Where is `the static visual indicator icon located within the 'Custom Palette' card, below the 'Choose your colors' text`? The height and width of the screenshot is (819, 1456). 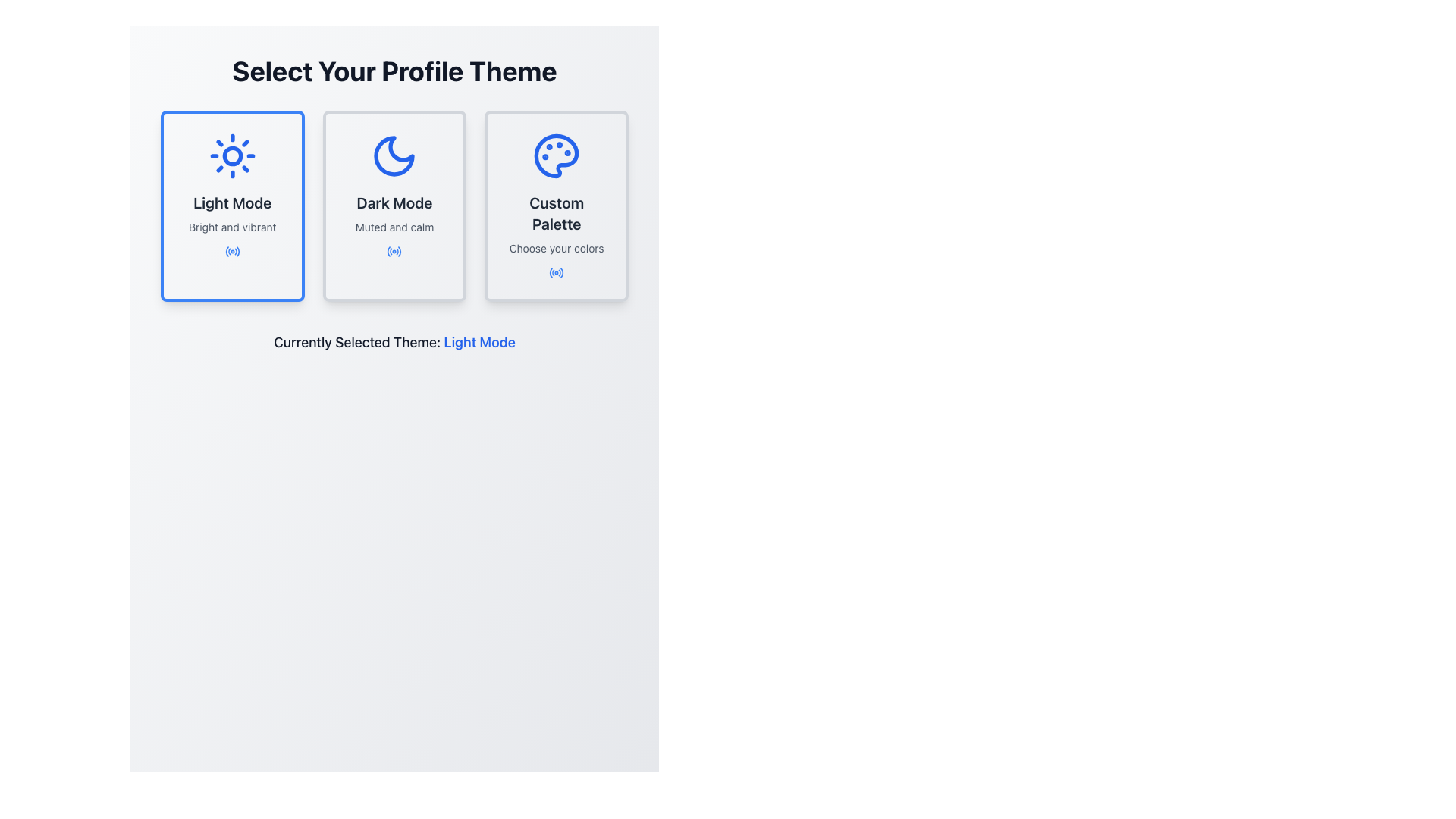
the static visual indicator icon located within the 'Custom Palette' card, below the 'Choose your colors' text is located at coordinates (556, 271).